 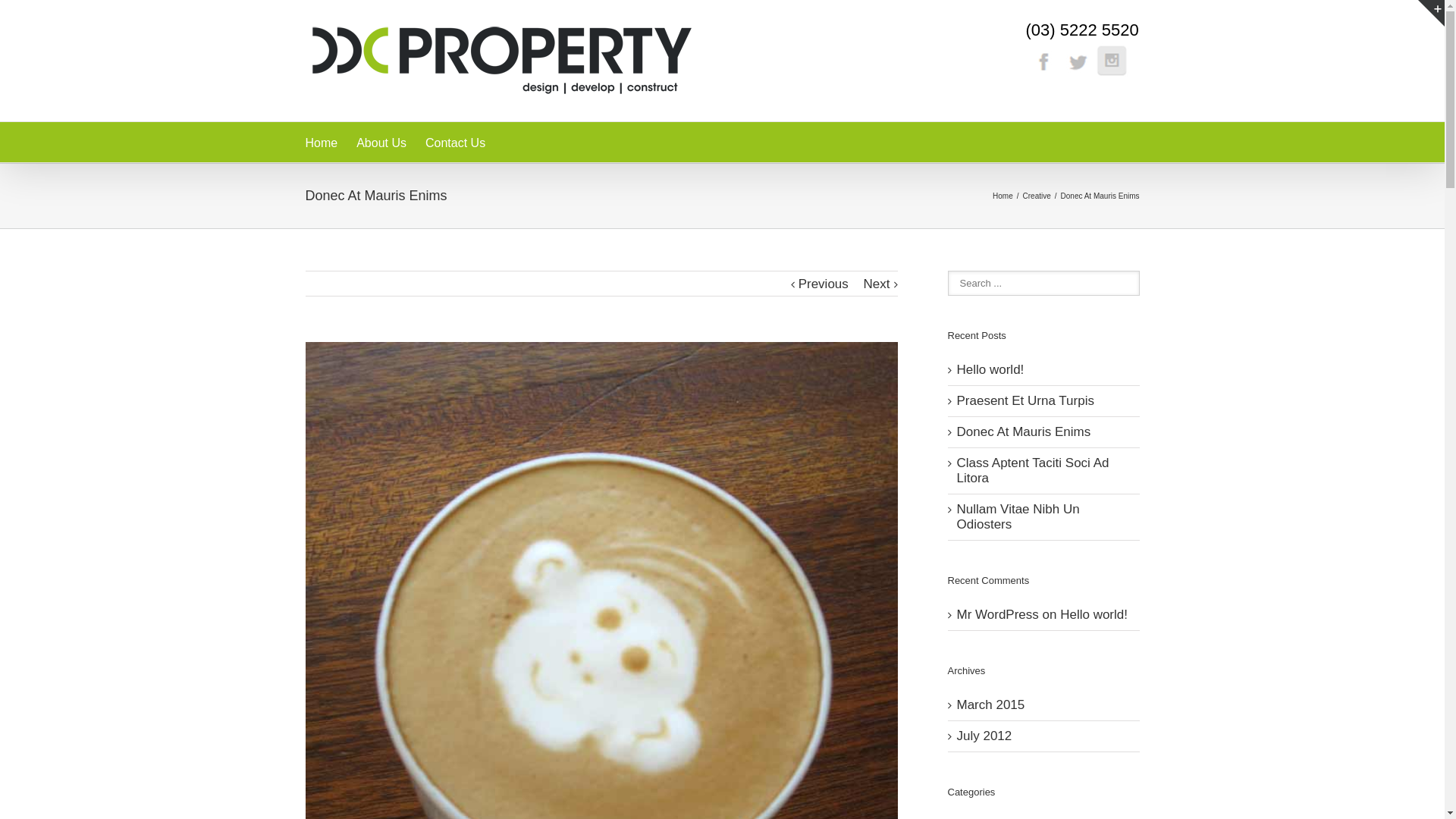 I want to click on 'About Us', so click(x=381, y=142).